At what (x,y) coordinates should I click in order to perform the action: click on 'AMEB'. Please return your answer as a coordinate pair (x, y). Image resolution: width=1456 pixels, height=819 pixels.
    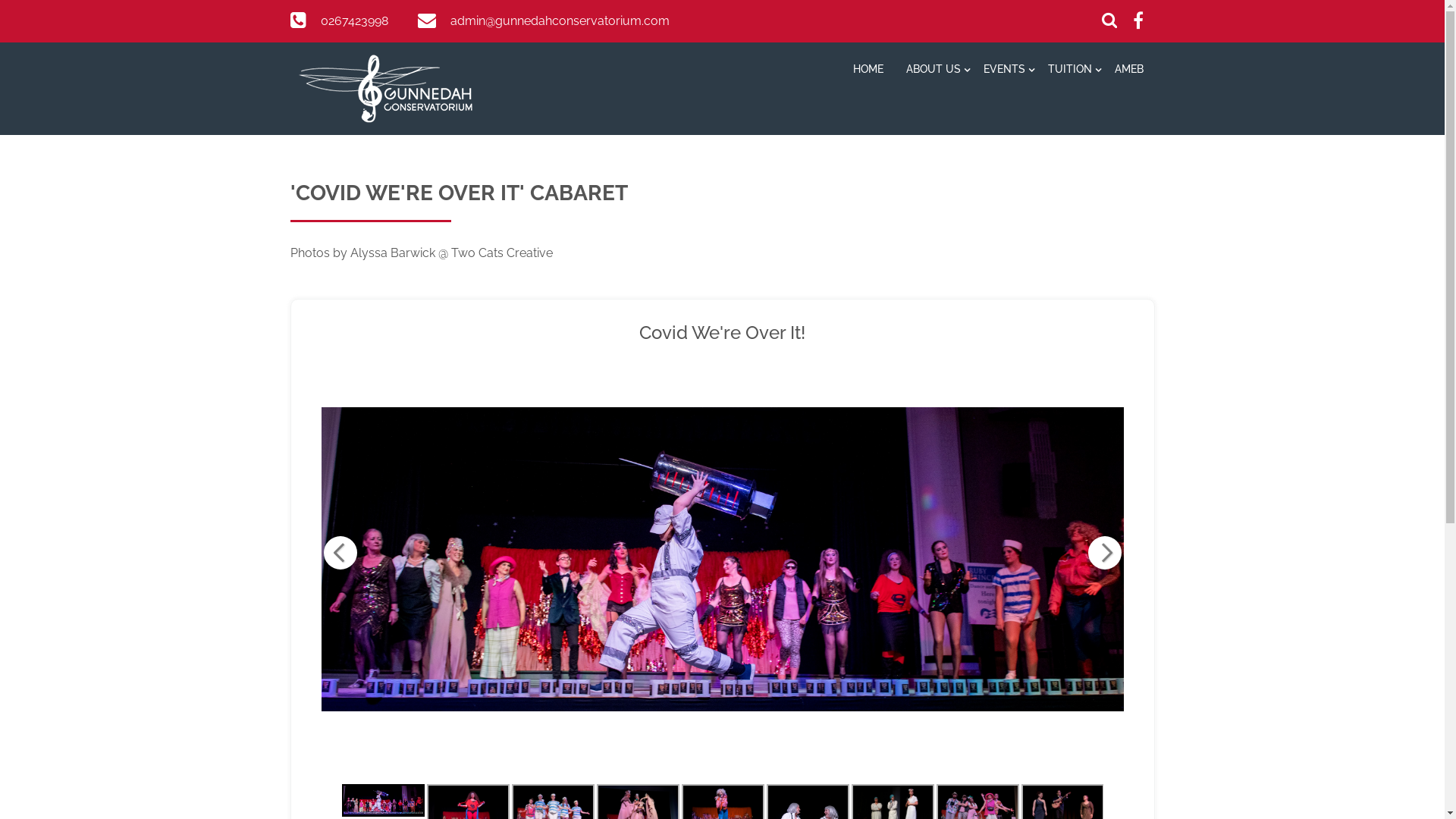
    Looking at the image, I should click on (1128, 71).